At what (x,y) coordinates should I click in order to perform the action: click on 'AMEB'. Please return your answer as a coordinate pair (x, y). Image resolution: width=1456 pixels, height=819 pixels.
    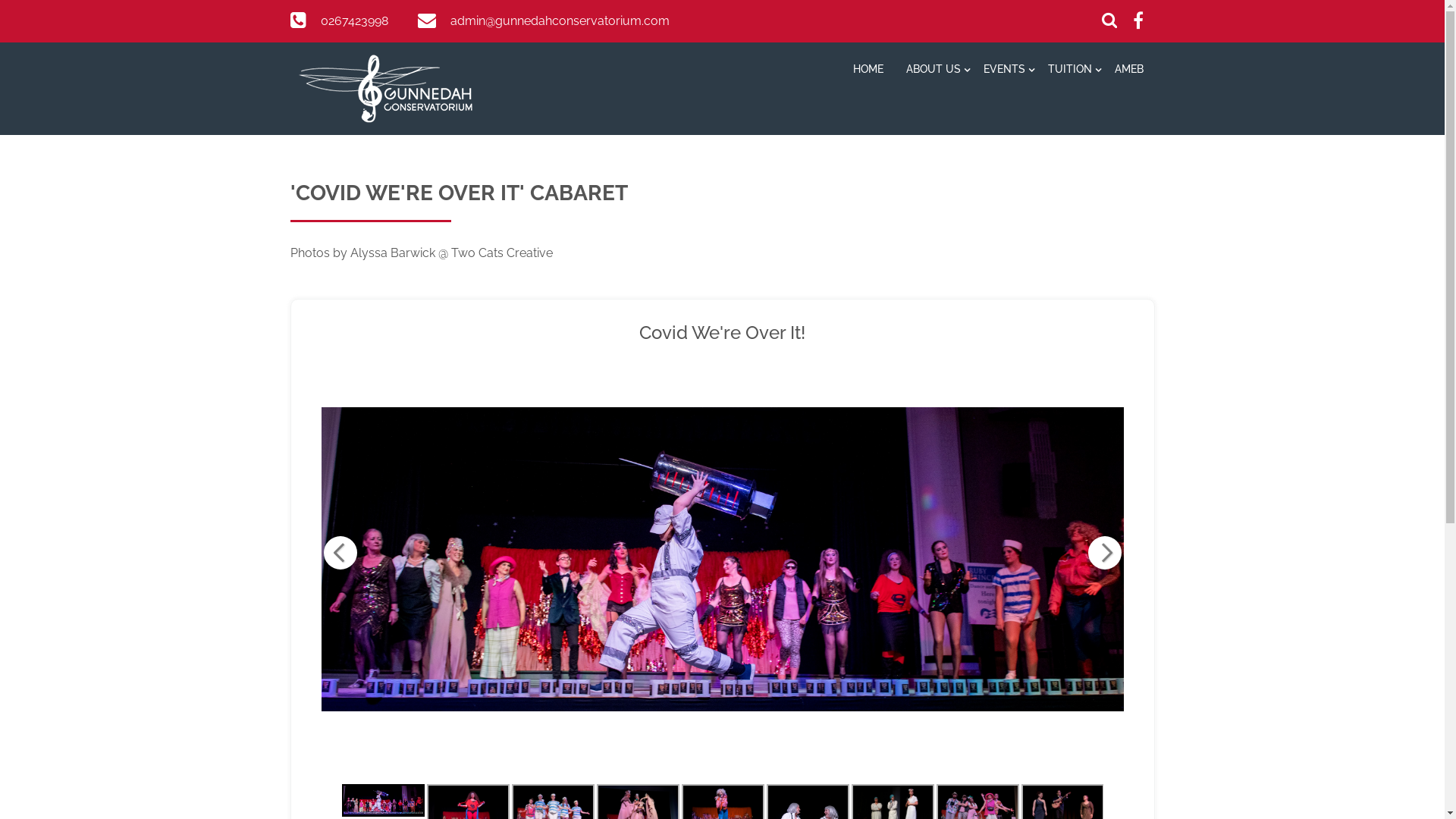
    Looking at the image, I should click on (1128, 71).